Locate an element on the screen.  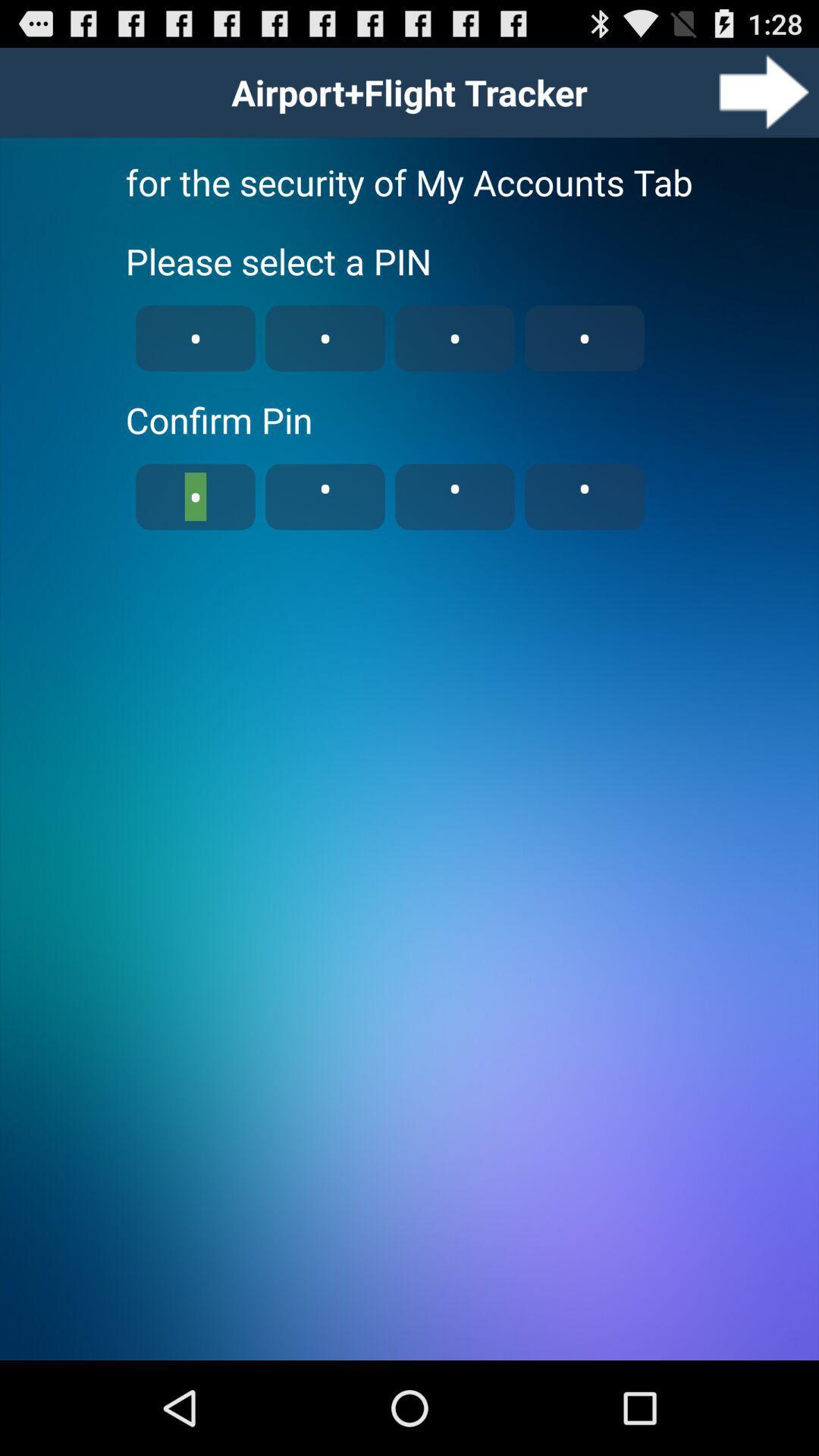
the third code box below confirm pin is located at coordinates (454, 497).